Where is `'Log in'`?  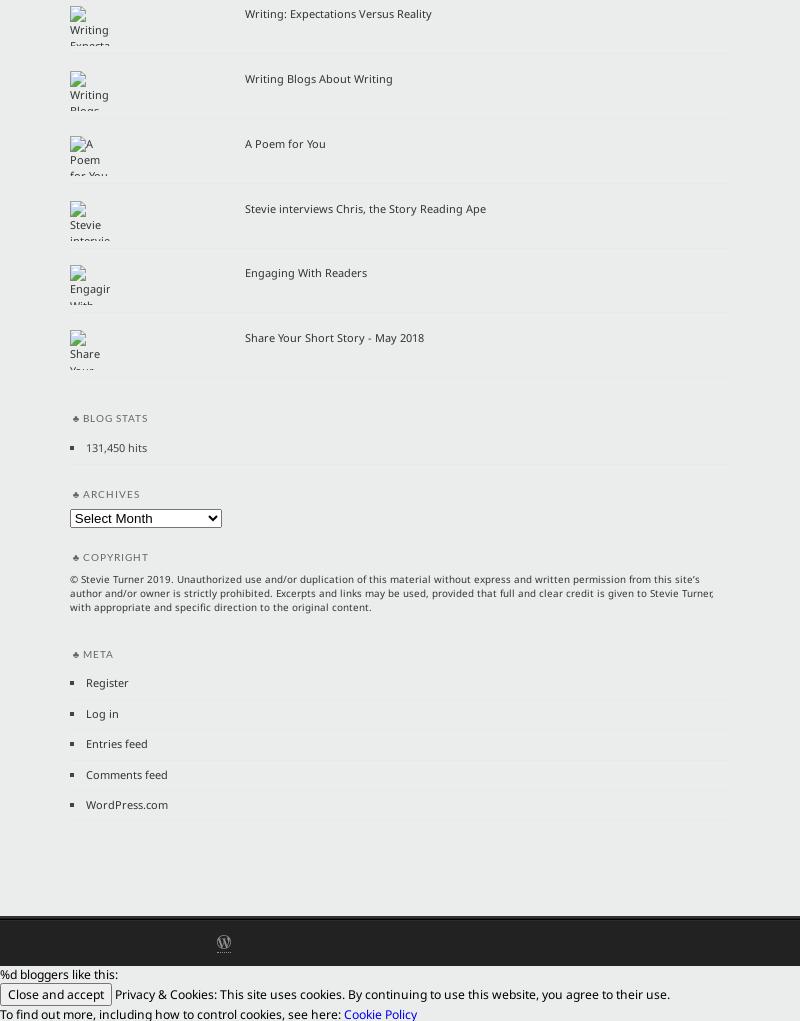 'Log in' is located at coordinates (100, 711).